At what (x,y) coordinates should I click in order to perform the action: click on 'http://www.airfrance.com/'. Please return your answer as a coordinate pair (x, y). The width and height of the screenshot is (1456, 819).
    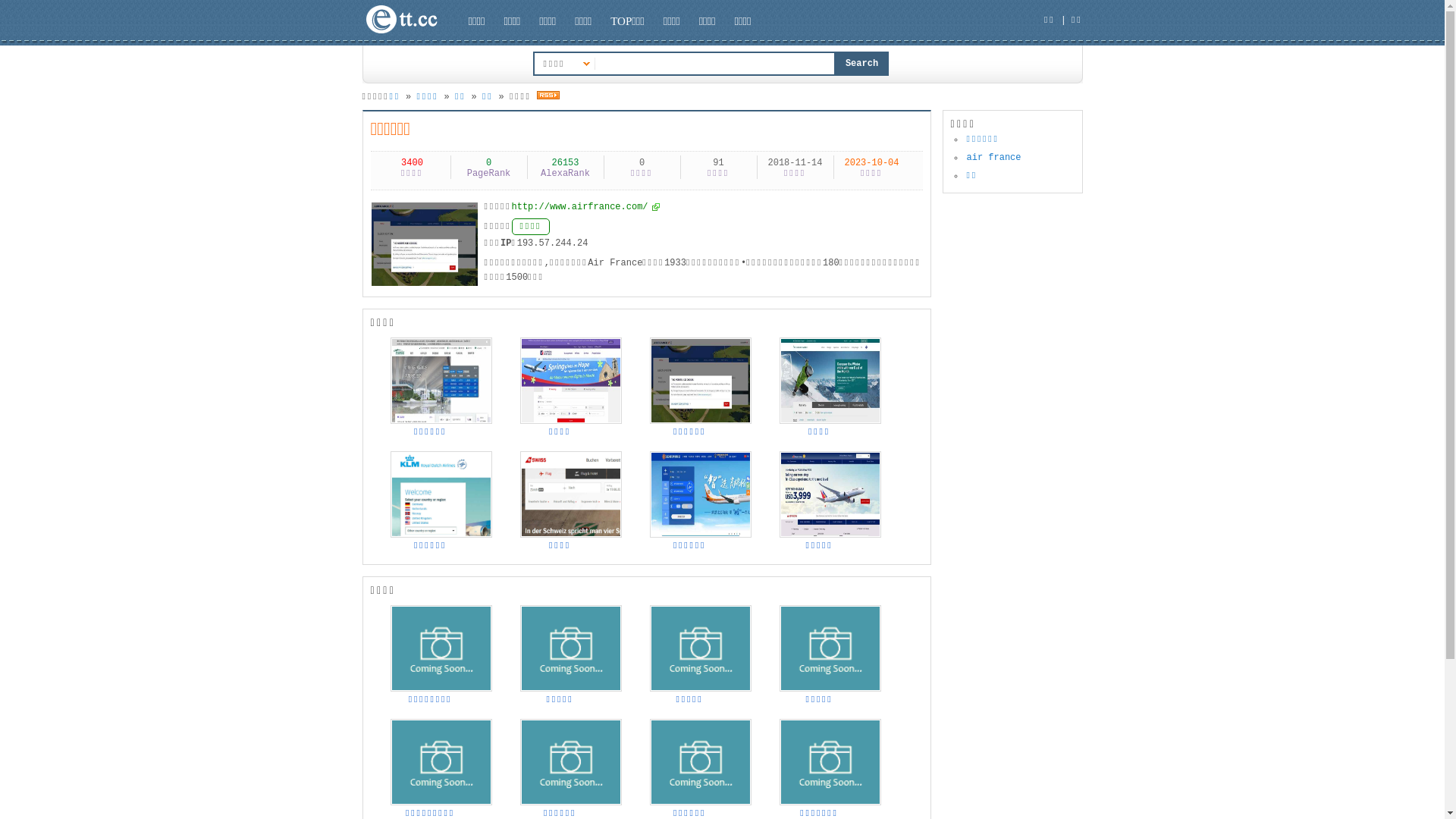
    Looking at the image, I should click on (585, 207).